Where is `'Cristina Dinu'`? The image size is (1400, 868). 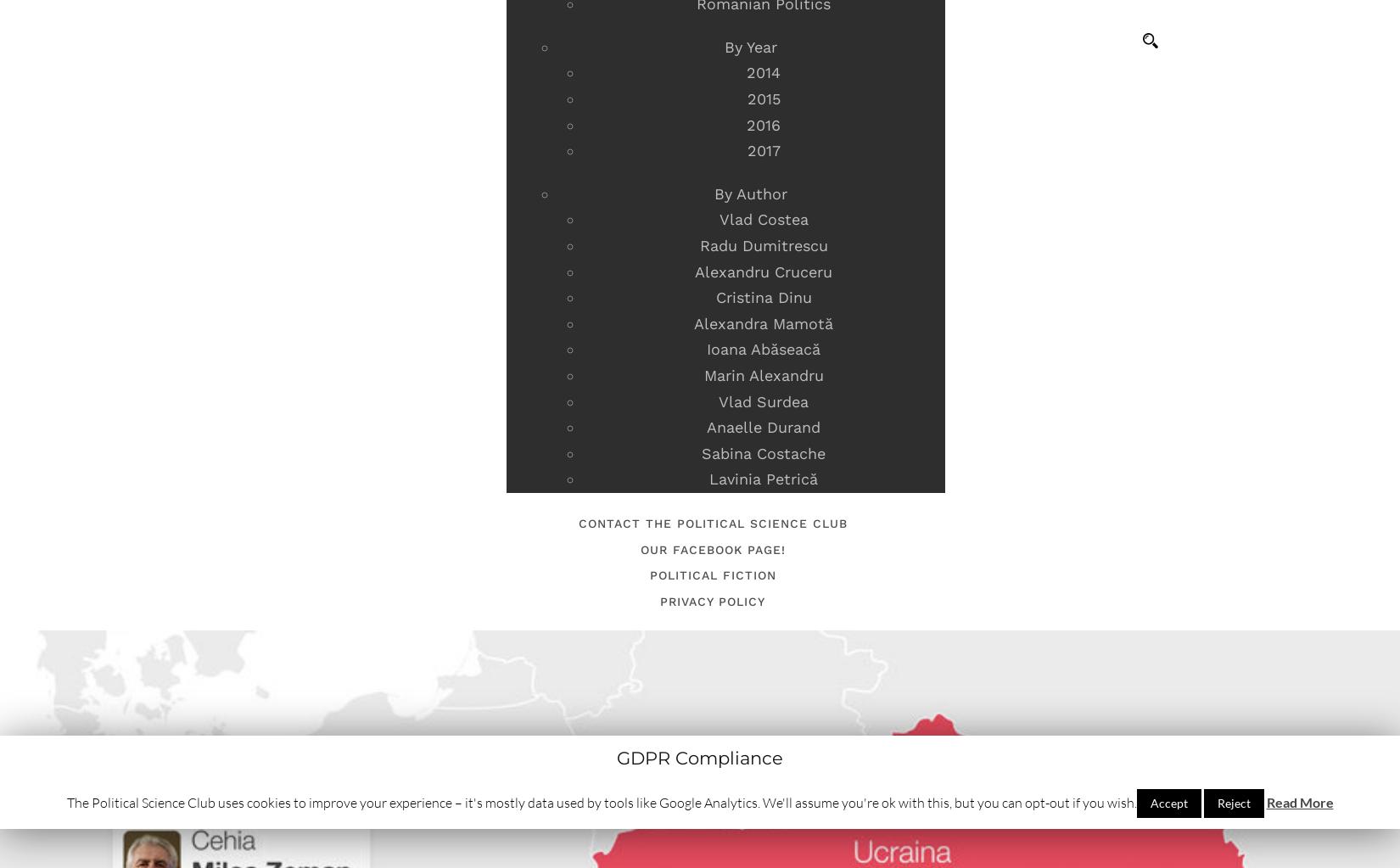 'Cristina Dinu' is located at coordinates (763, 297).